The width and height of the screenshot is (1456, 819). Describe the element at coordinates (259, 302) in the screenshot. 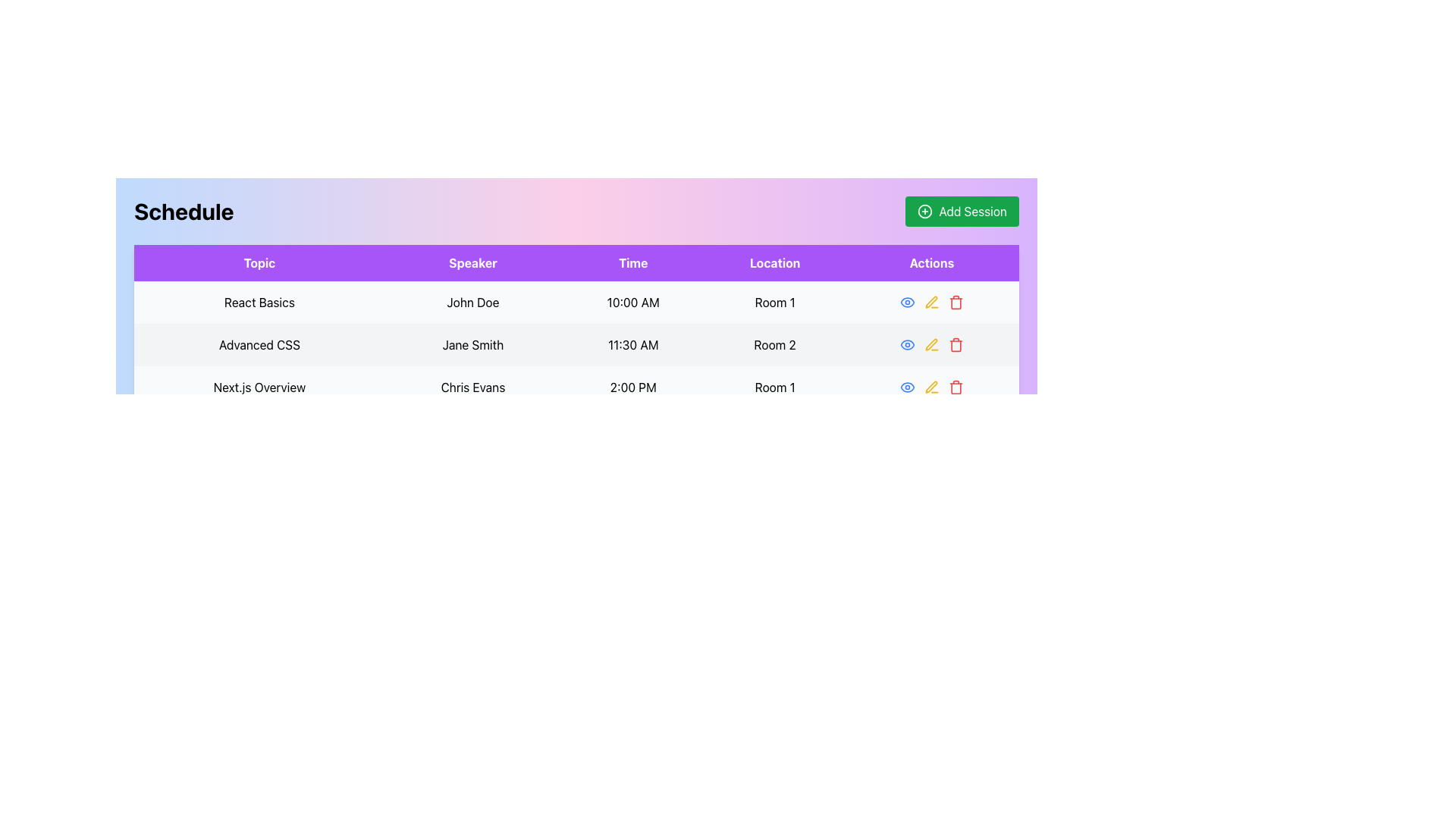

I see `the Text Label displaying the topic name of the session, which is located in the first row of the table under the 'Topic' header, aligned to the left of the 'Speaker' column represented by 'John Doe'` at that location.